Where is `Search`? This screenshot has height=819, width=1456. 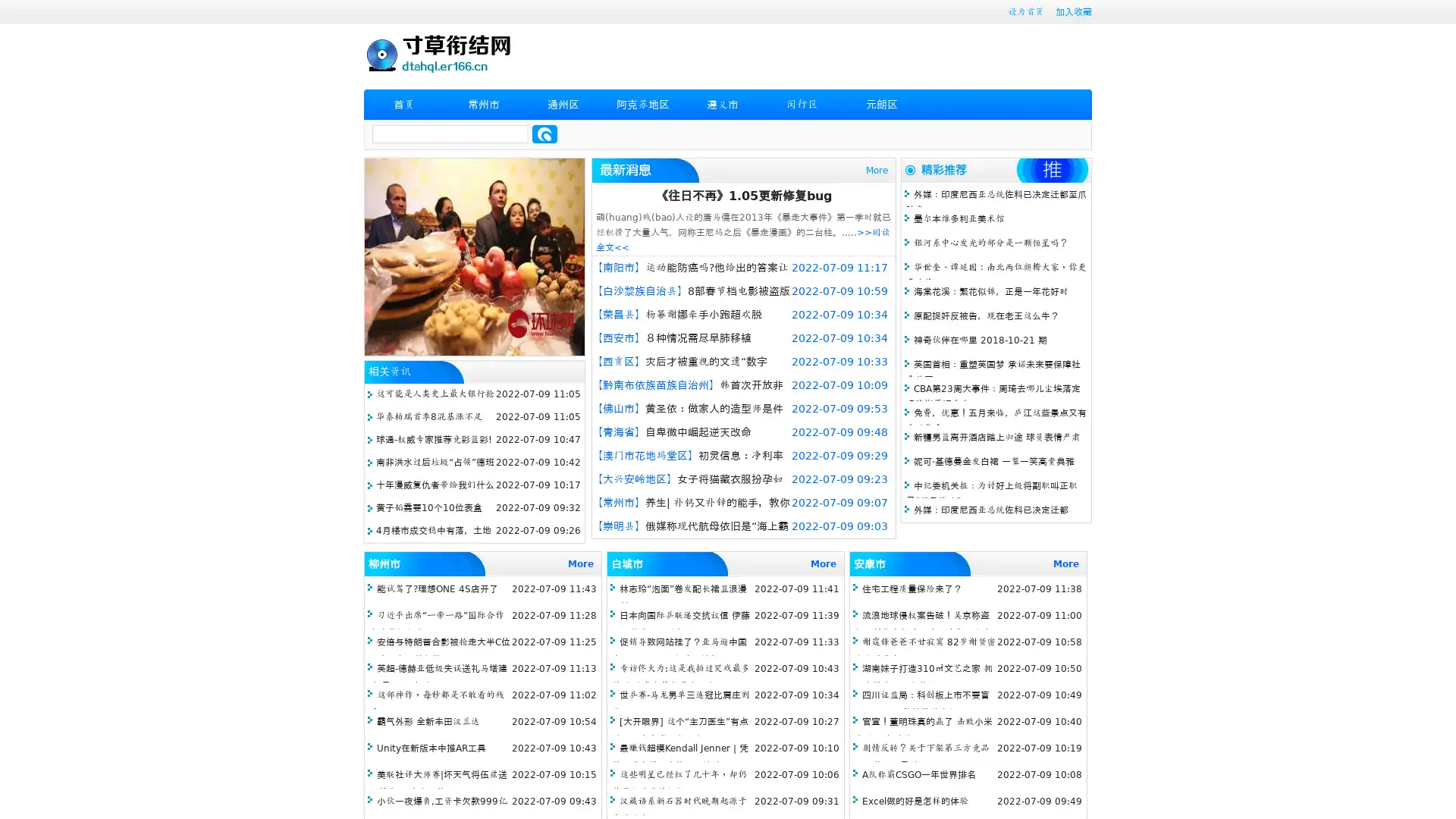
Search is located at coordinates (544, 133).